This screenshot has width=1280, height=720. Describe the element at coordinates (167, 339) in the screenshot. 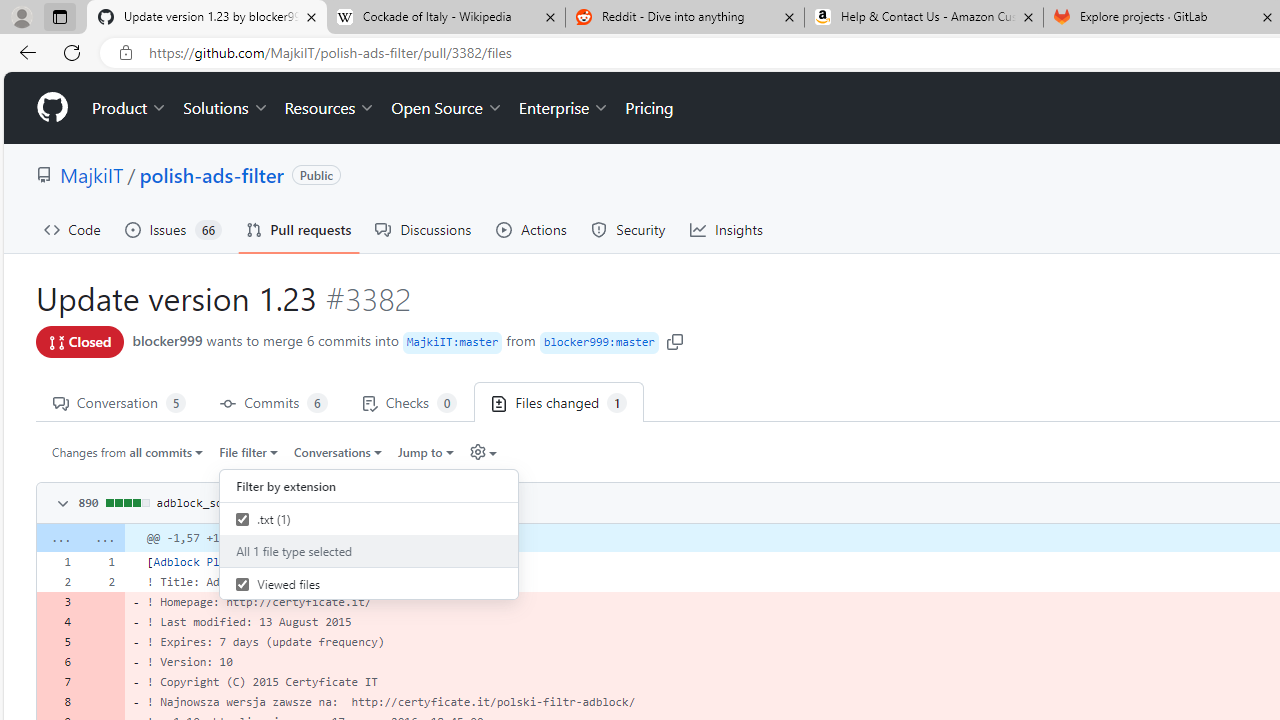

I see `'blocker999'` at that location.